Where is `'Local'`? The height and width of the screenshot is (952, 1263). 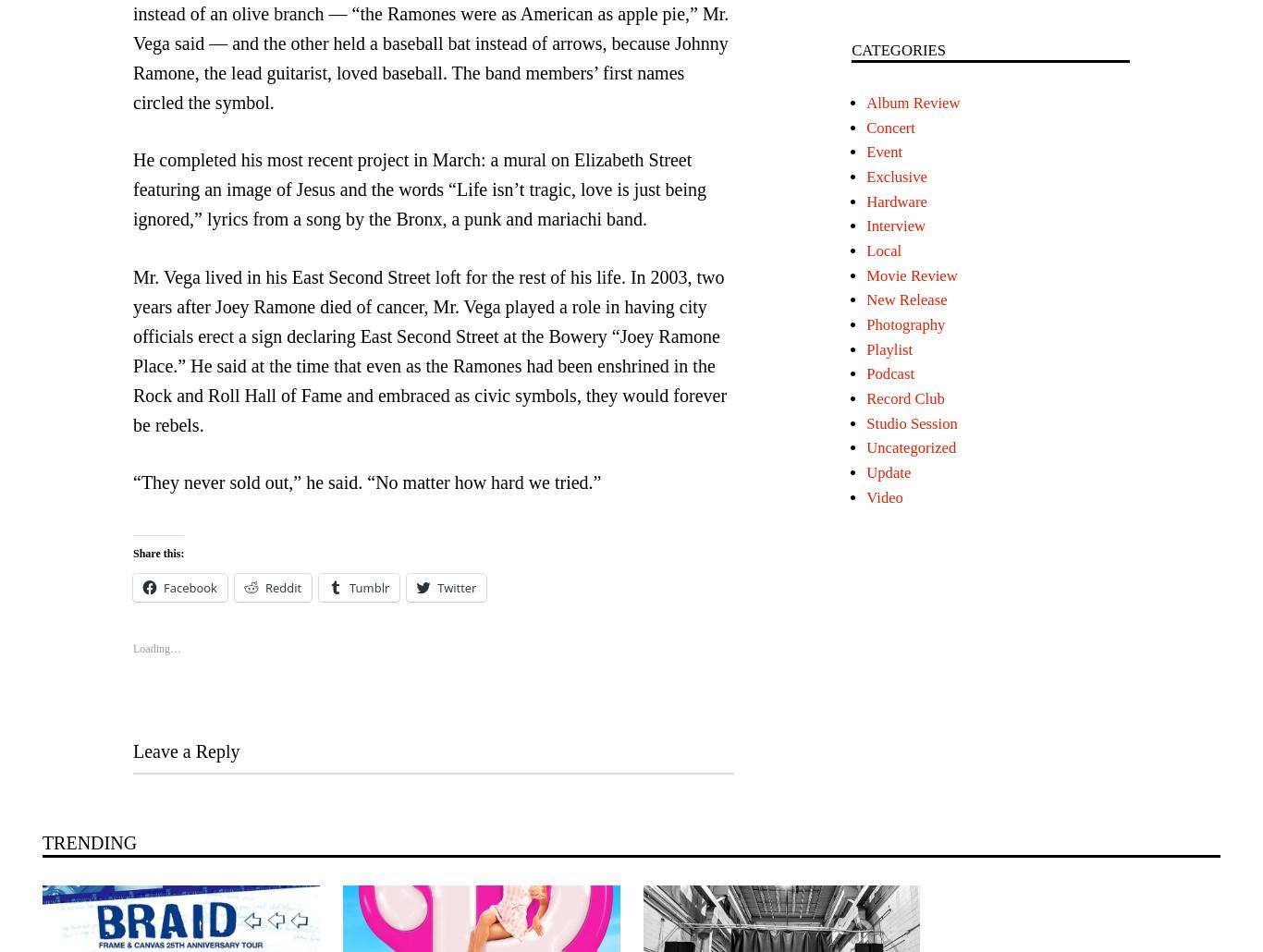 'Local' is located at coordinates (884, 249).